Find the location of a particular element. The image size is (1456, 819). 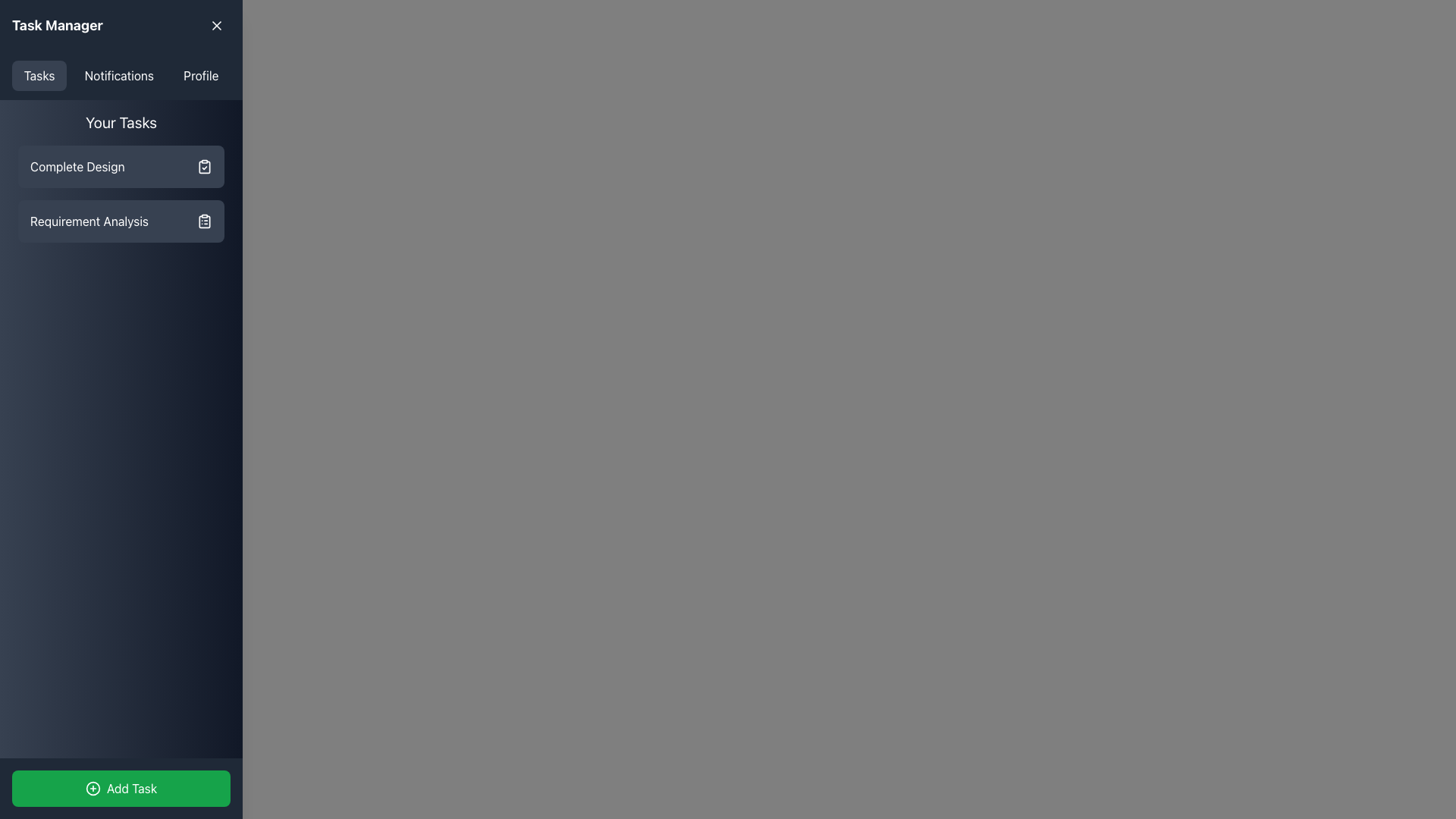

the 'Tasks' button, which is a rectangular button with a dark background and light-colored text, located at the top-left of the navigation bar is located at coordinates (39, 76).